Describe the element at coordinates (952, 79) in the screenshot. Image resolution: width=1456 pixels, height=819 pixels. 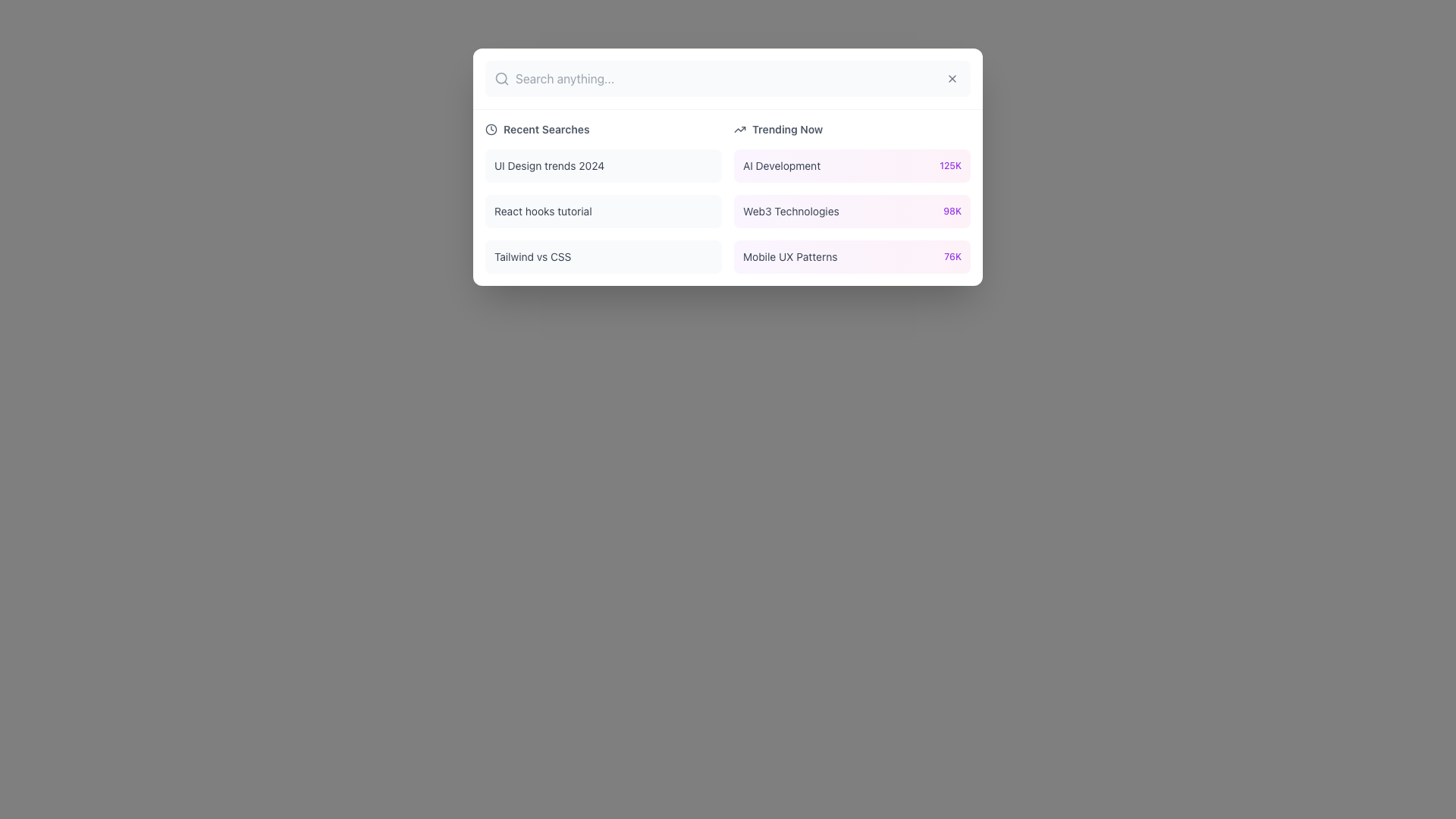
I see `the button located at the top-right corner of the search input bar to observe the hover effect` at that location.